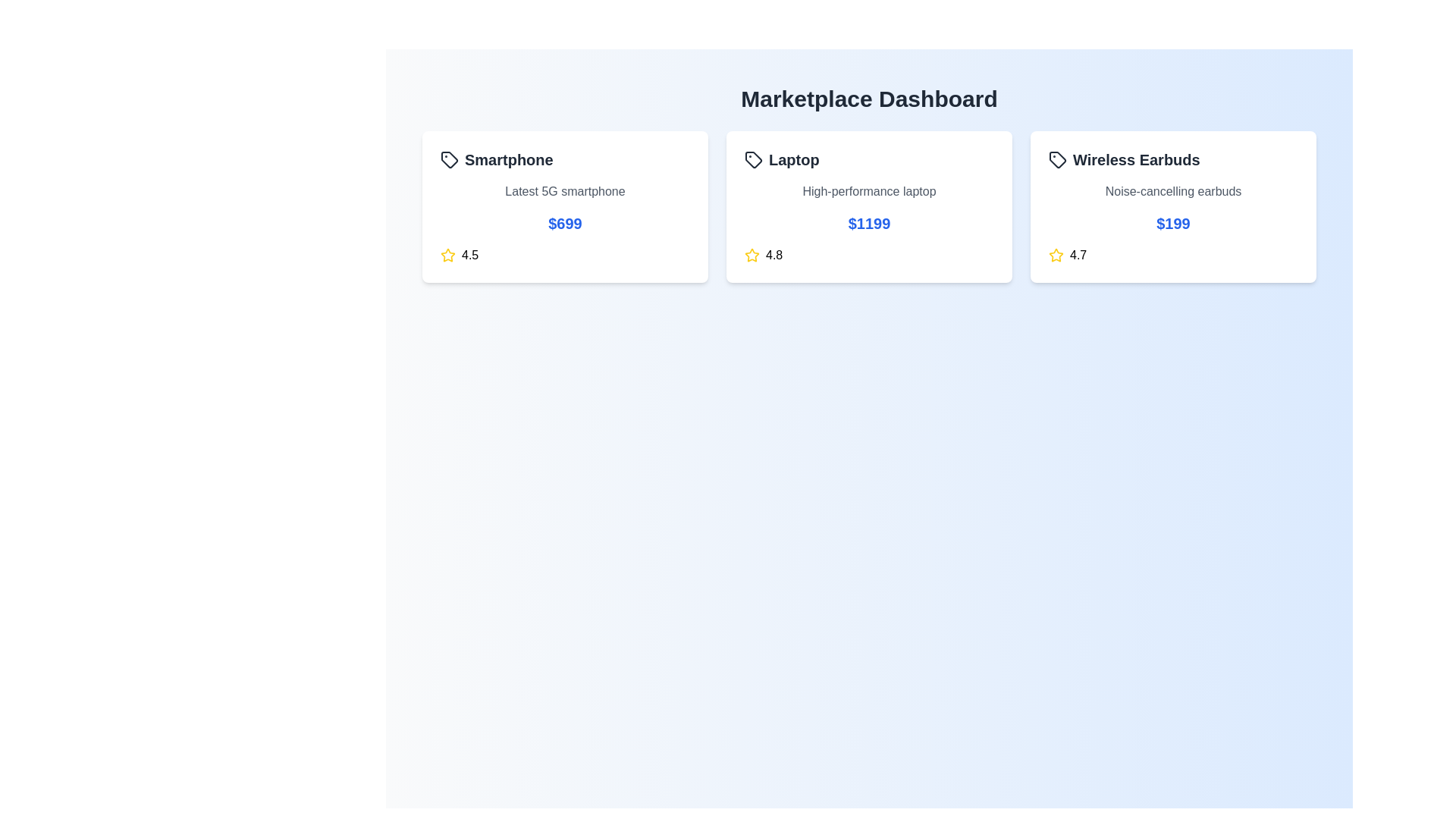 The height and width of the screenshot is (819, 1456). I want to click on price amount displayed in blue-colored, bold font text labeled as '$1199', located centrally below the subtitle 'High-performance laptop' on the Laptop card, so click(869, 223).